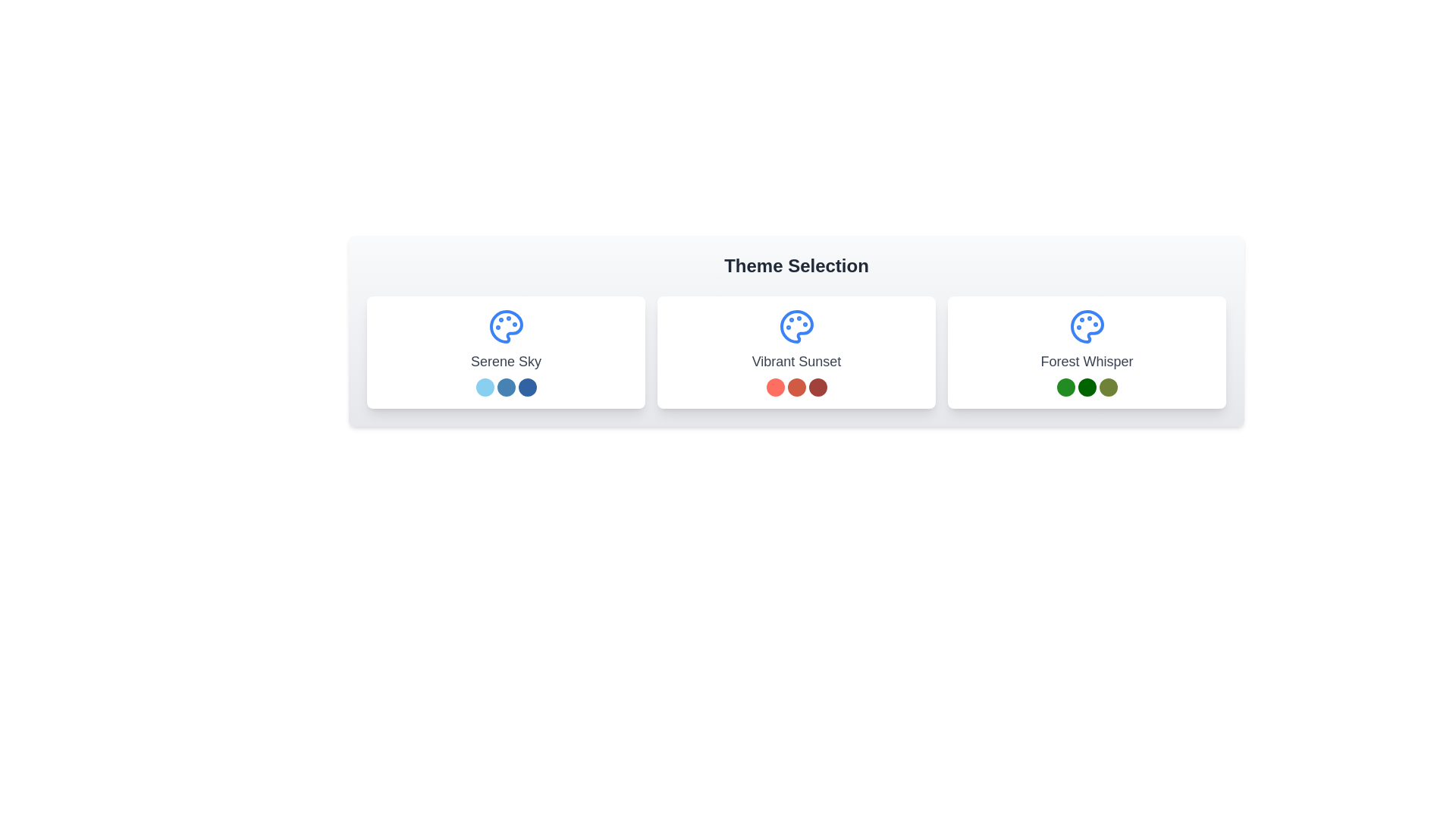  I want to click on the second circular indicator with a dark green background below the 'Forest Whisper' label, so click(1086, 386).